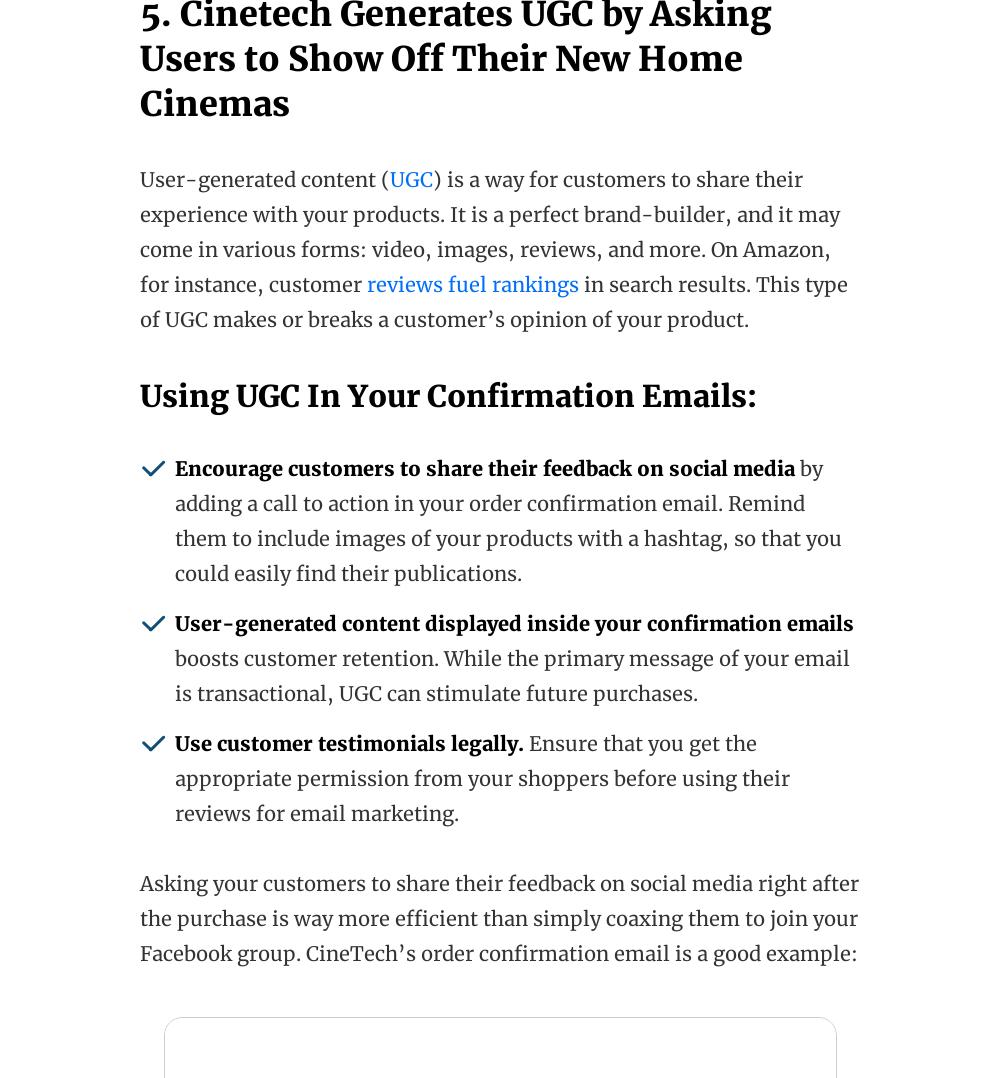 The width and height of the screenshot is (1000, 1078). What do you see at coordinates (175, 777) in the screenshot?
I see `'Ensure that you get the appropriate permission from your shoppers before using their reviews for email marketing.'` at bounding box center [175, 777].